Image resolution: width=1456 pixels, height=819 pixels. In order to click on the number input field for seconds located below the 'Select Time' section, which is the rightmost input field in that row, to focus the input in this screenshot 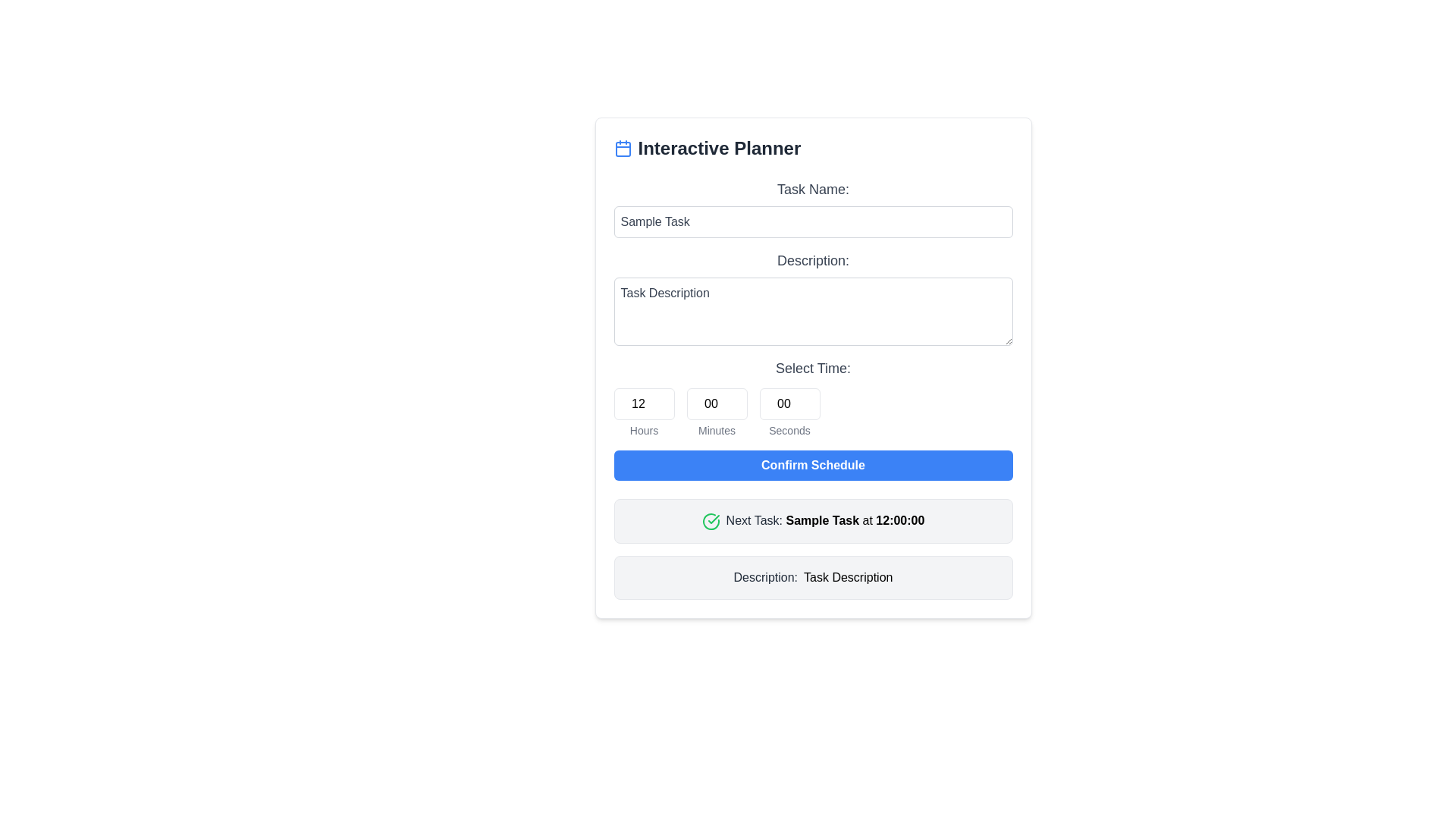, I will do `click(789, 403)`.